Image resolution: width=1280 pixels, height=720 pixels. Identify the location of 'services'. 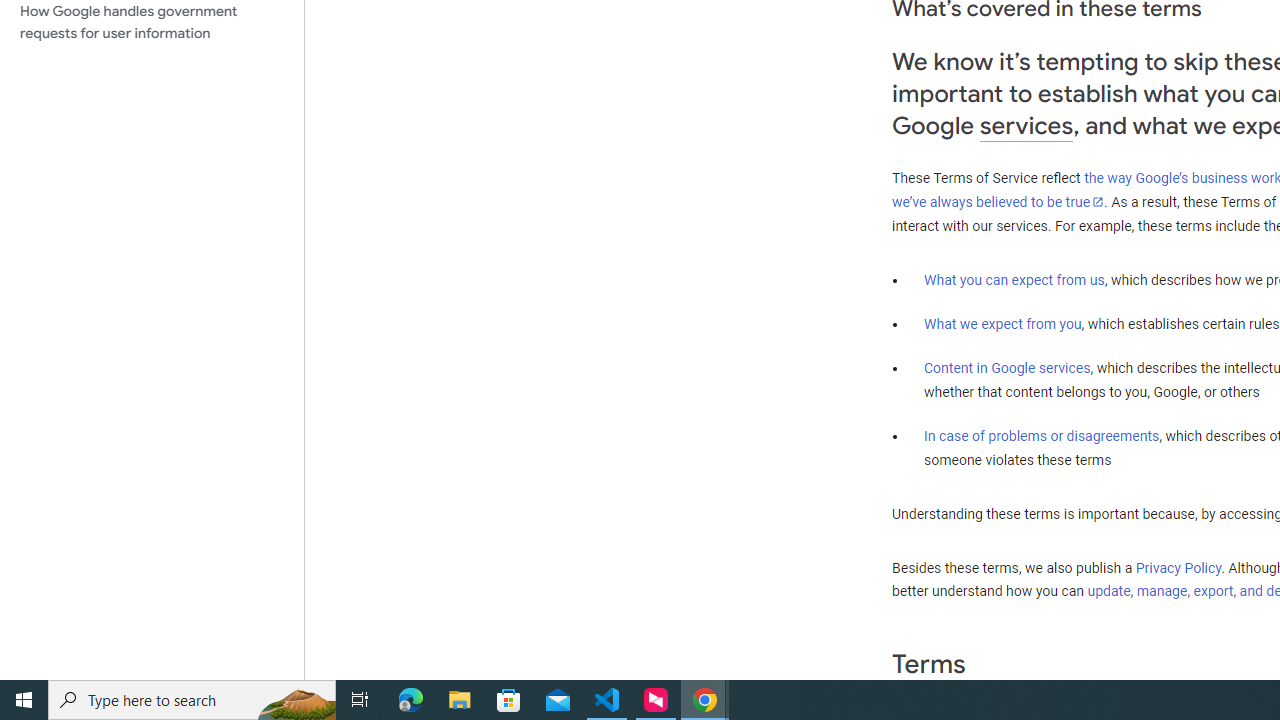
(1026, 125).